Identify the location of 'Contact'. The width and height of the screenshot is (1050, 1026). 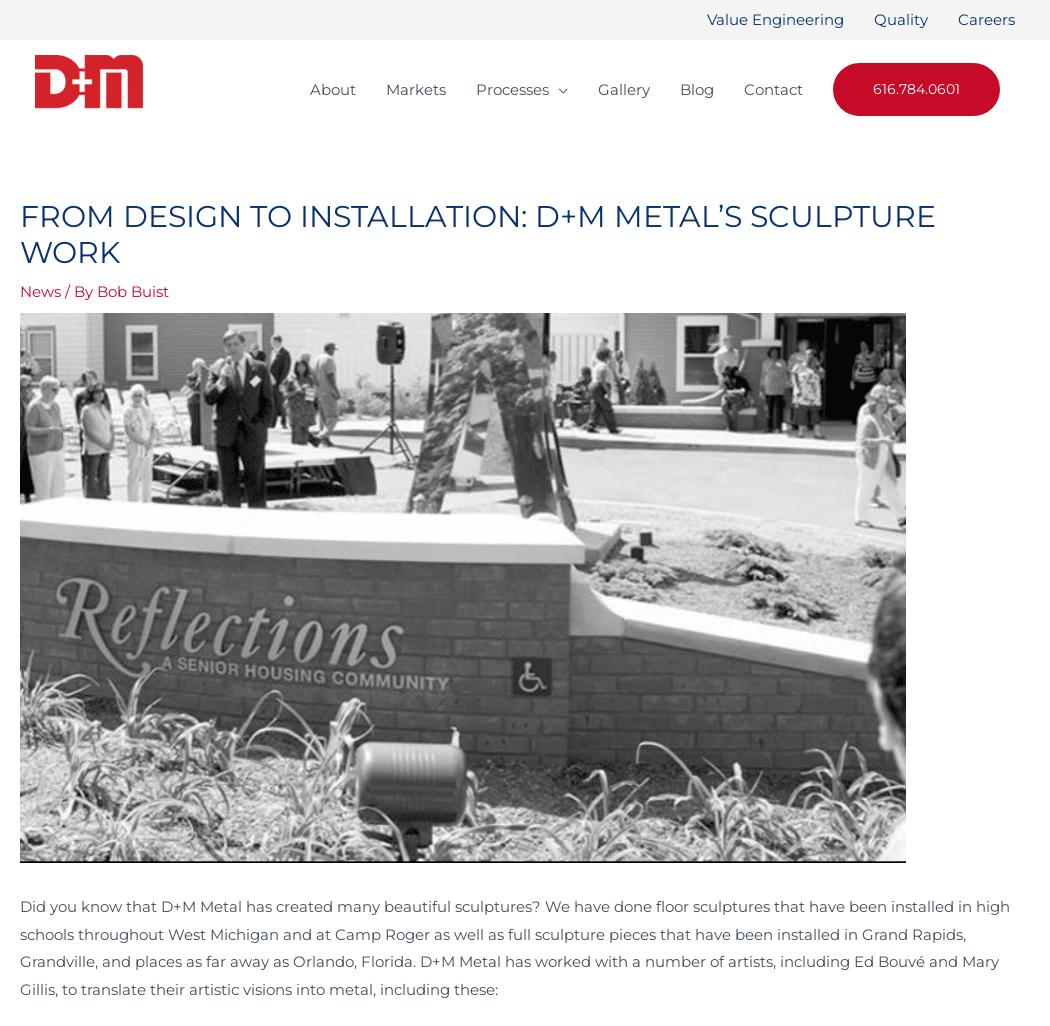
(773, 87).